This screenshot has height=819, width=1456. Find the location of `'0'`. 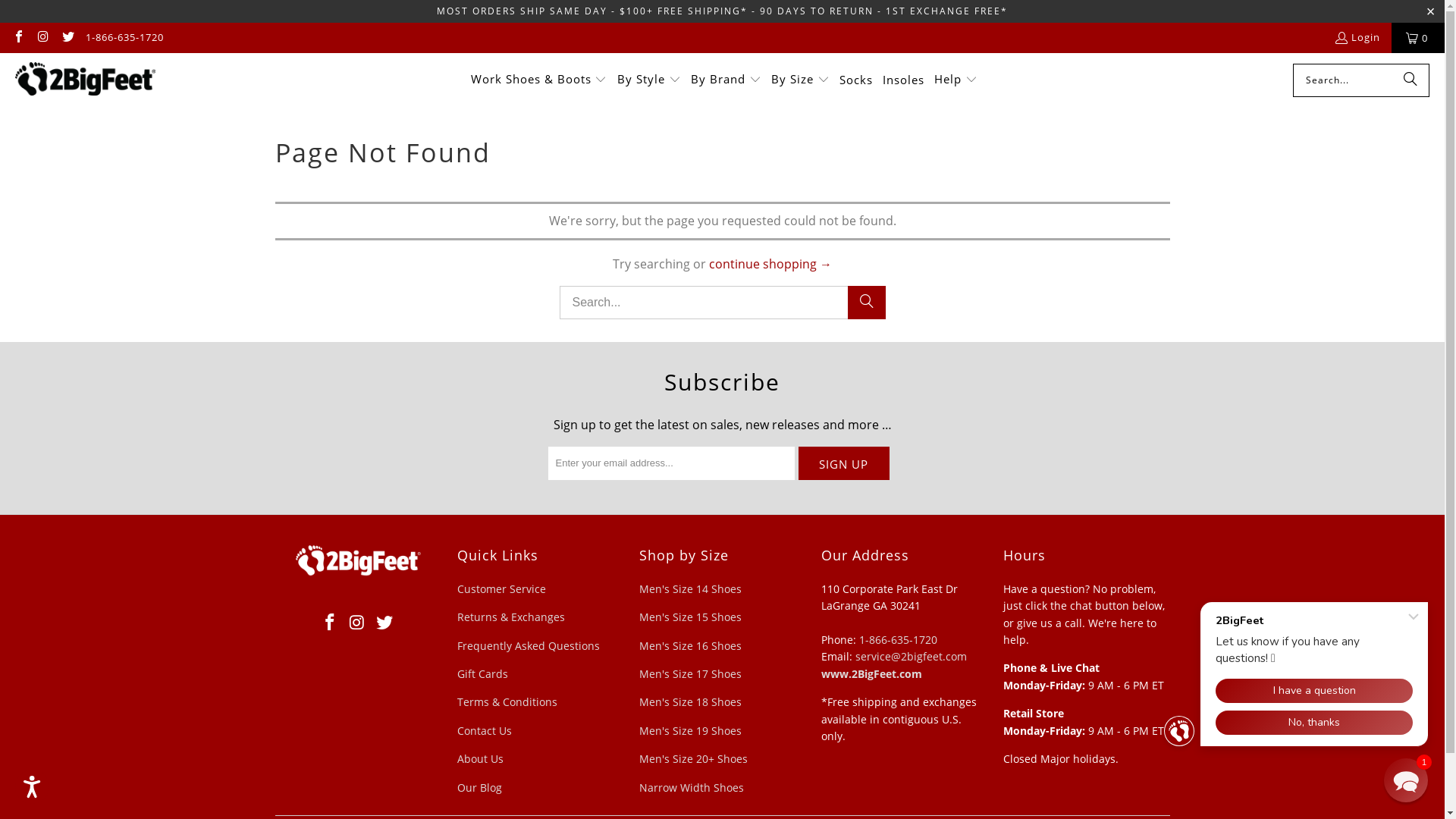

'0' is located at coordinates (1417, 37).